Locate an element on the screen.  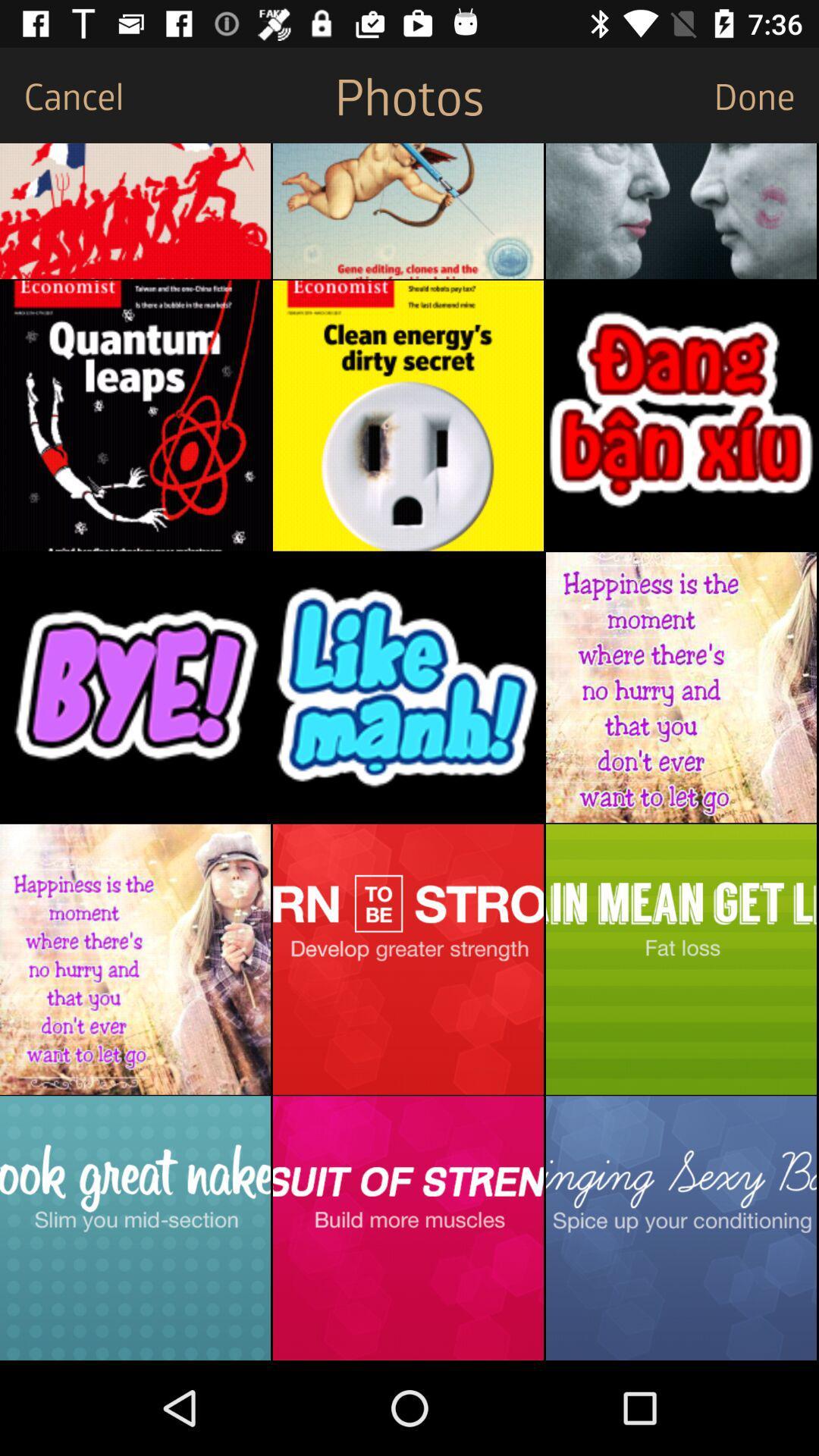
the image tab to open image is located at coordinates (134, 210).